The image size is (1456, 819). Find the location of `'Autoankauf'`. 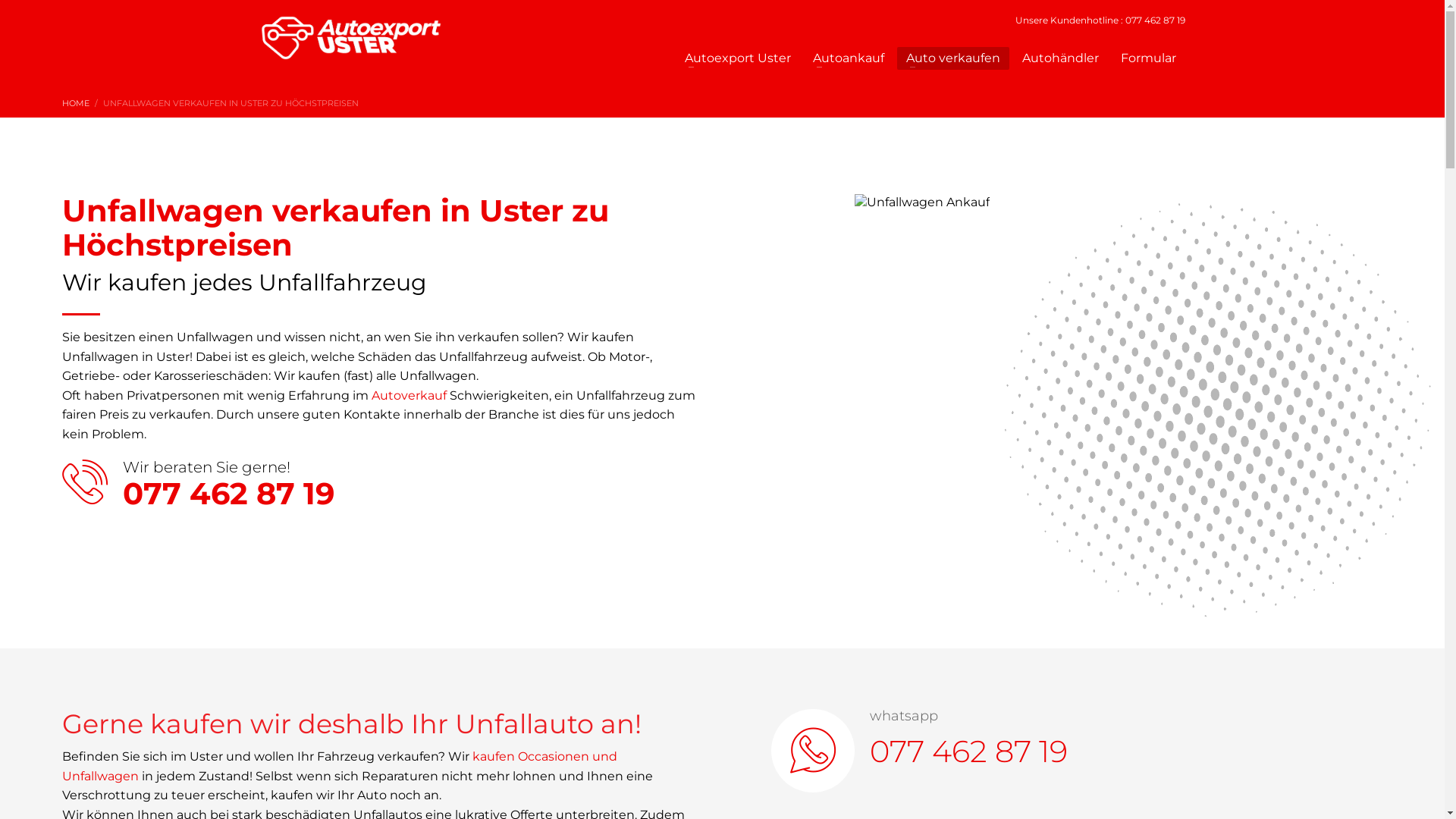

'Autoankauf' is located at coordinates (803, 58).